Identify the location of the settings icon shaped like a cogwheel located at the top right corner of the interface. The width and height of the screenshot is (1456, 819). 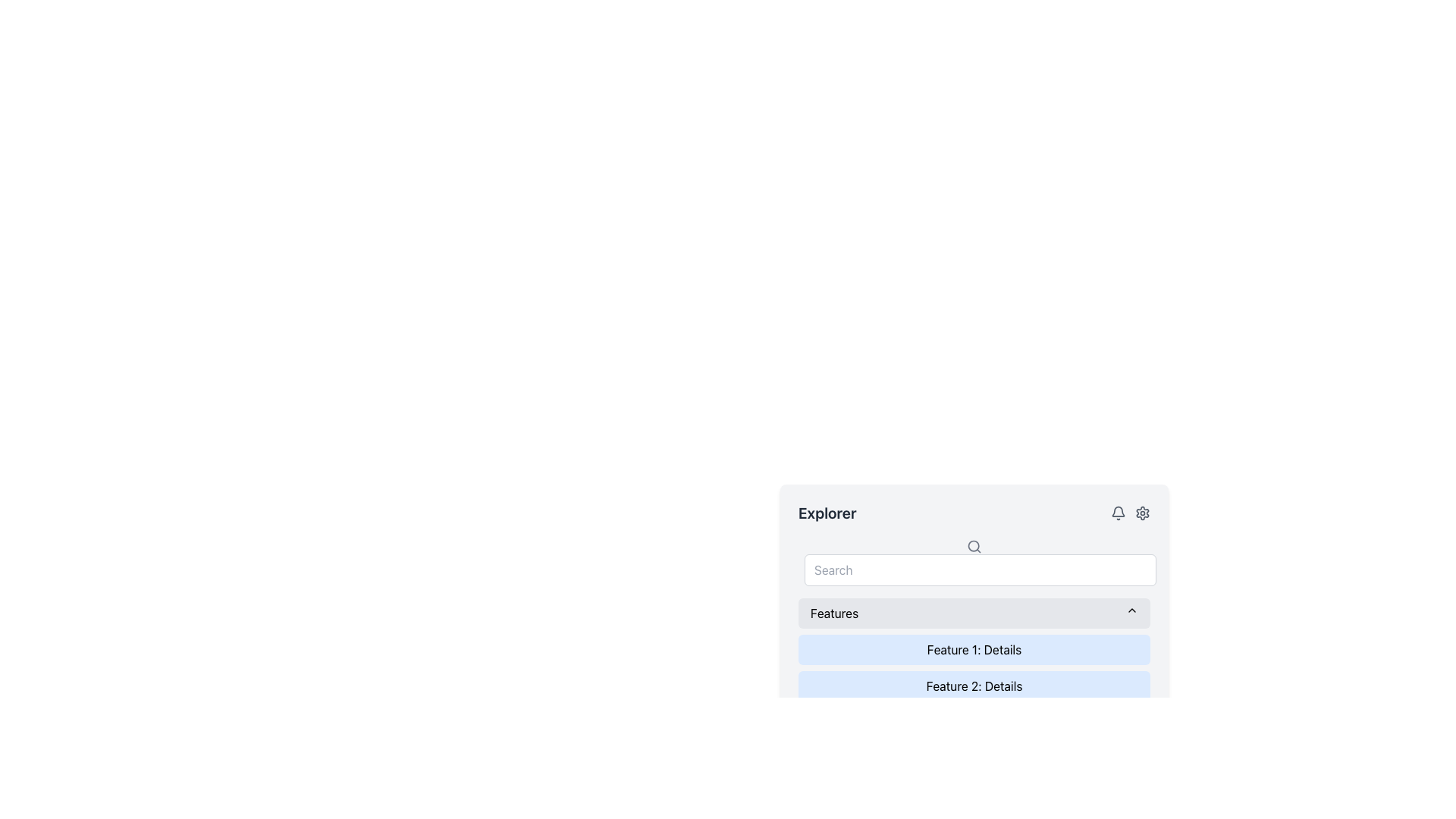
(1143, 513).